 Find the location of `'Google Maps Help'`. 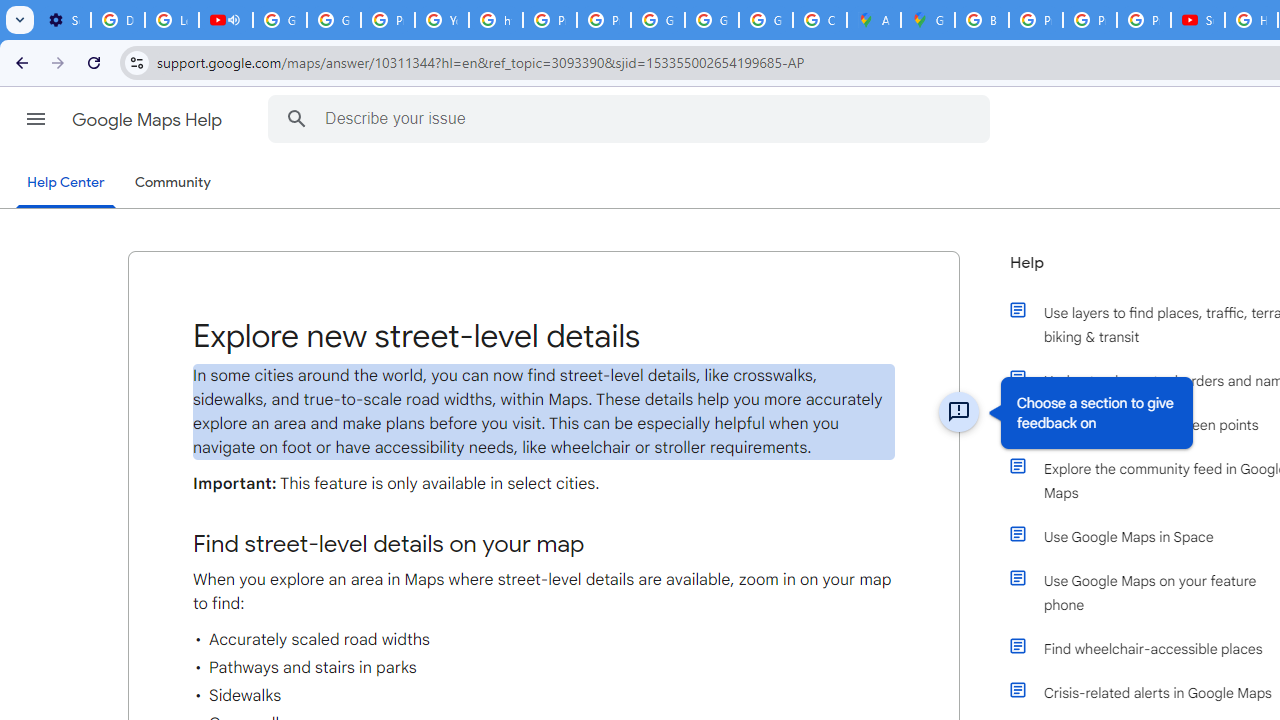

'Google Maps Help' is located at coordinates (148, 119).